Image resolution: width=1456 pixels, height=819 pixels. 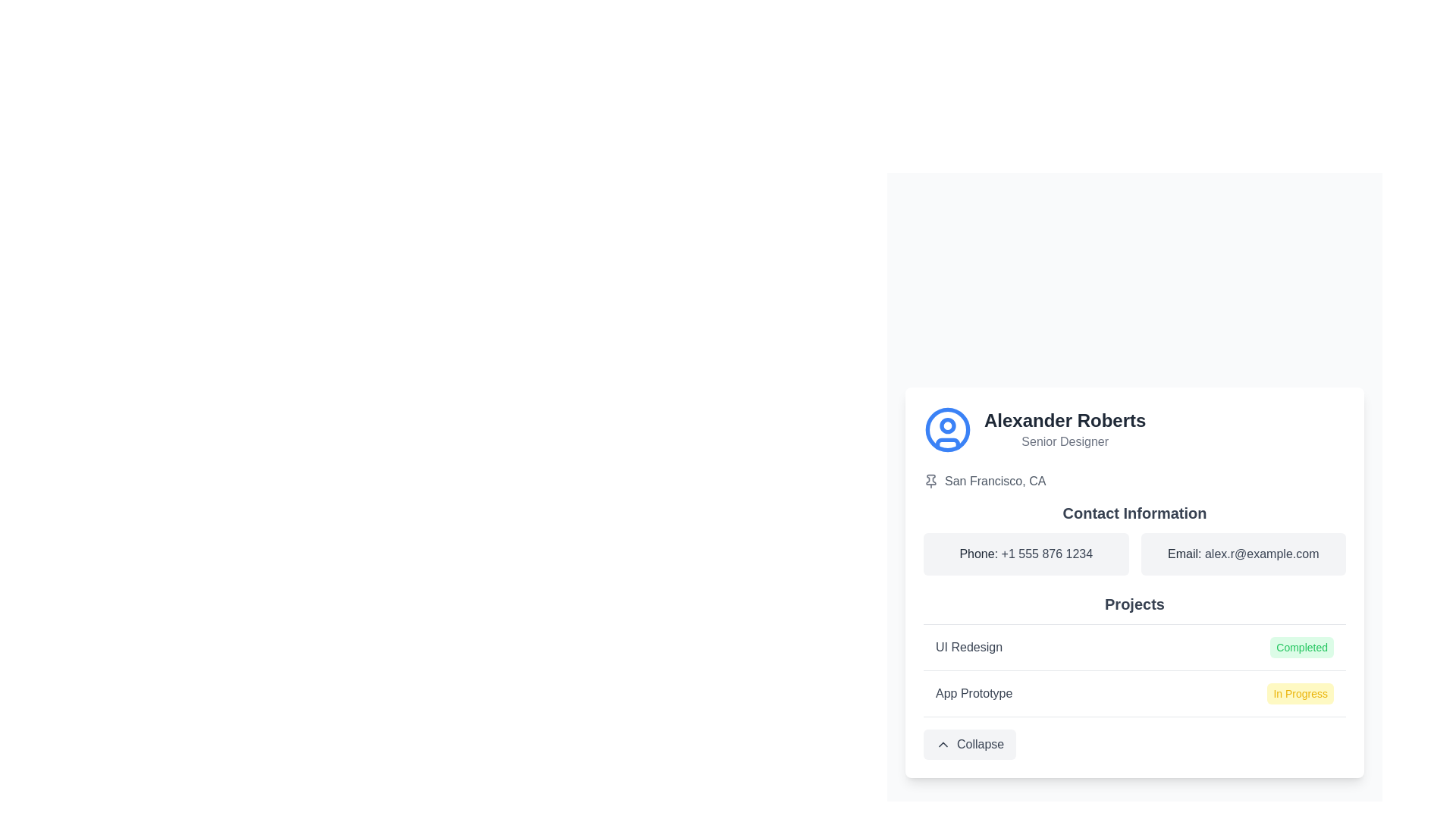 What do you see at coordinates (968, 647) in the screenshot?
I see `the text label that displays the project title 'UI Redesign', located next to the green badge labeled 'Completed' in the 'Projects' section of the main card interface` at bounding box center [968, 647].